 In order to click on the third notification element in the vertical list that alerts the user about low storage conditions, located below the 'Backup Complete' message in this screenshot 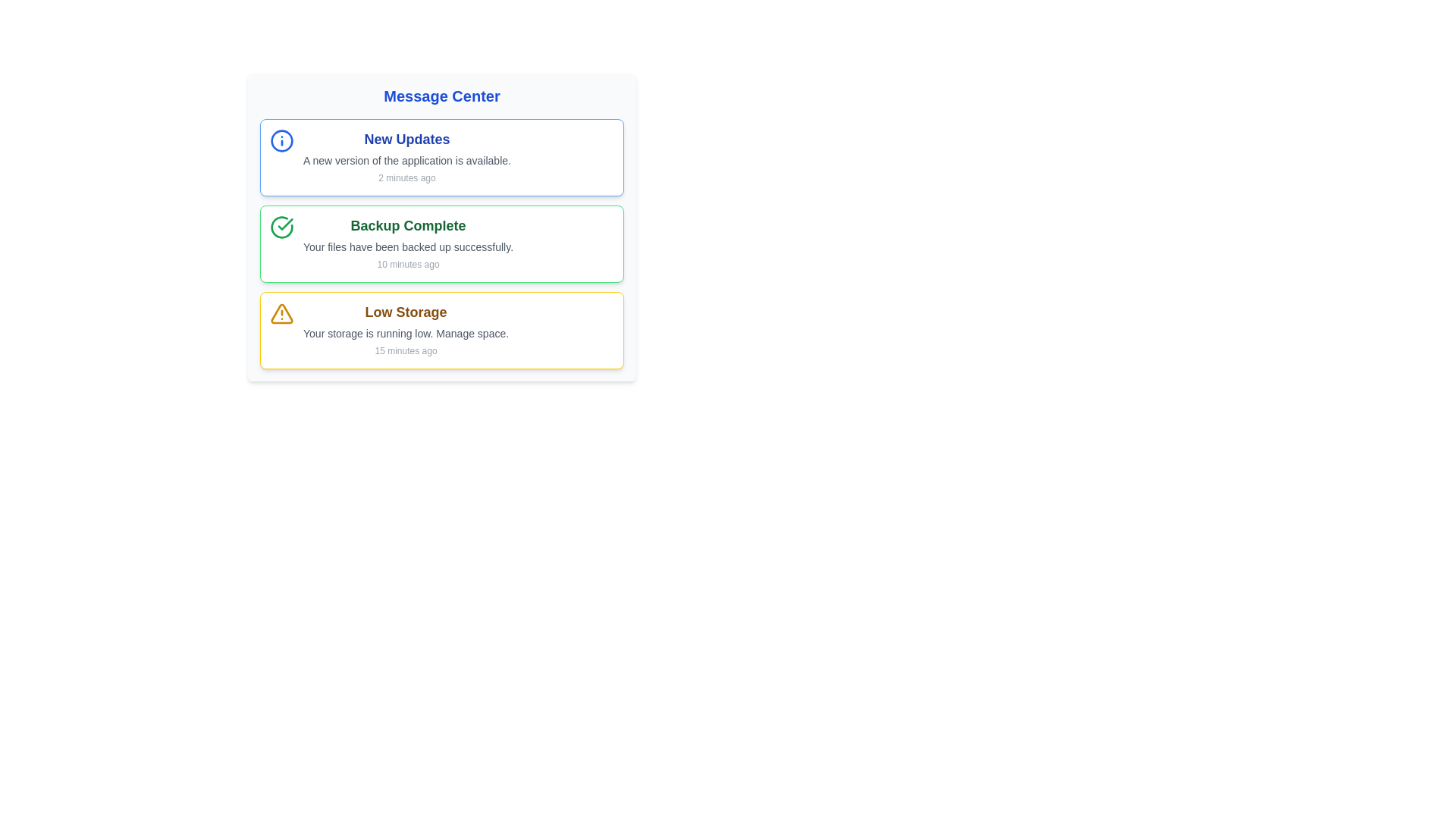, I will do `click(406, 329)`.